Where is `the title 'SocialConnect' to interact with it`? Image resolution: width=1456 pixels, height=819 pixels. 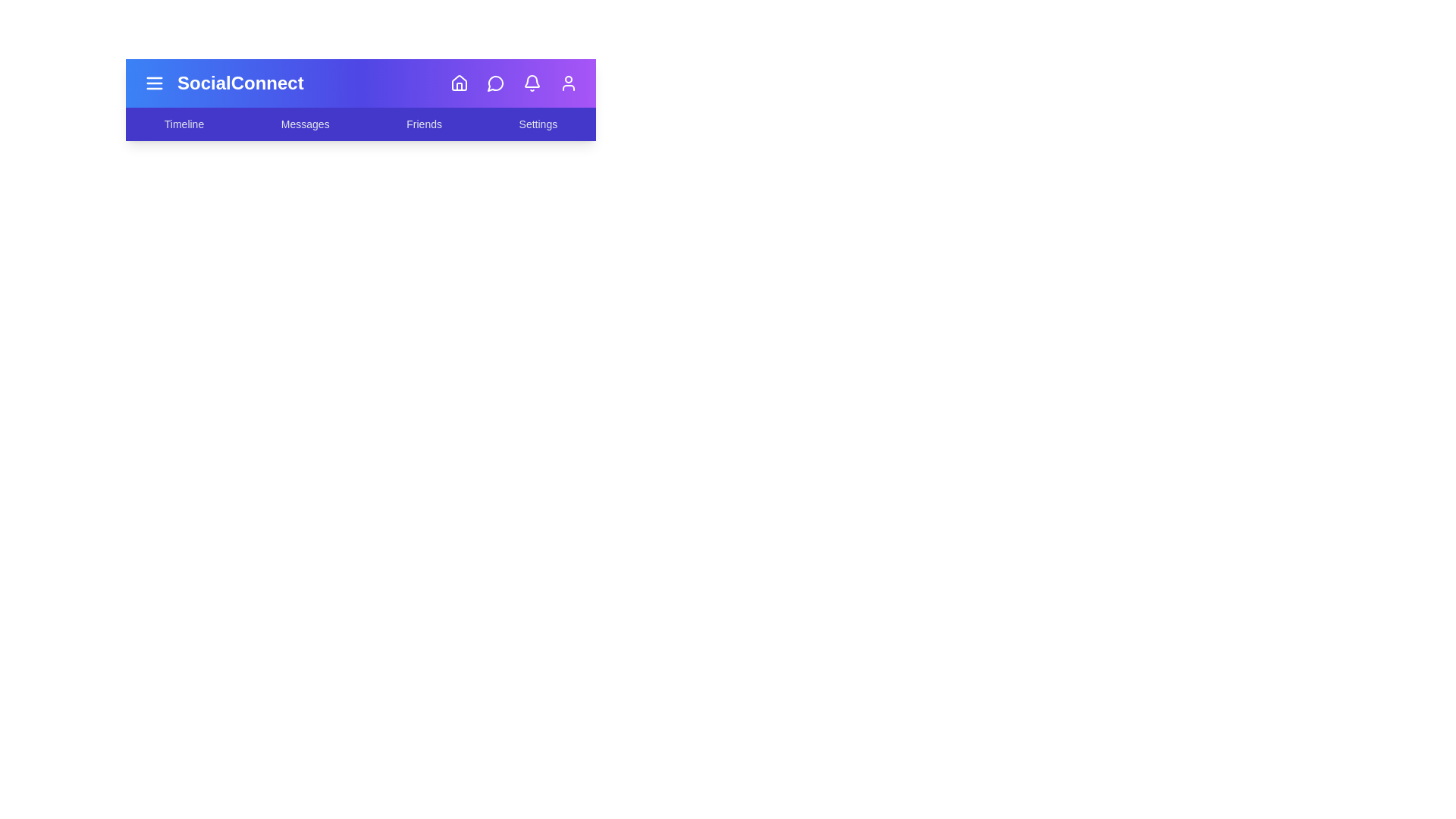
the title 'SocialConnect' to interact with it is located at coordinates (239, 83).